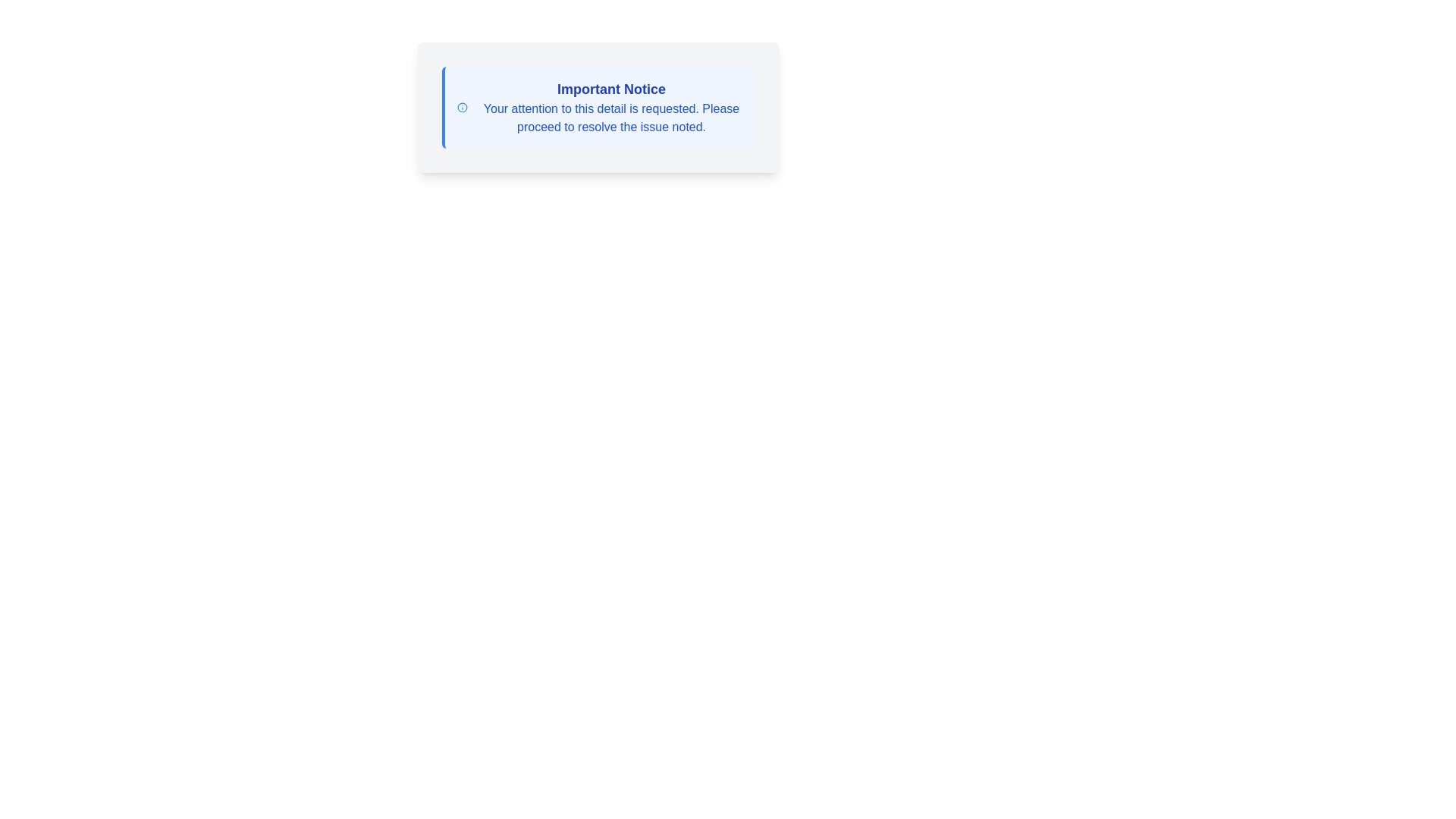 The height and width of the screenshot is (819, 1456). Describe the element at coordinates (461, 107) in the screenshot. I see `the blue circular Information Icon that is positioned to the left of the 'Important Notice' heading in the notification box` at that location.